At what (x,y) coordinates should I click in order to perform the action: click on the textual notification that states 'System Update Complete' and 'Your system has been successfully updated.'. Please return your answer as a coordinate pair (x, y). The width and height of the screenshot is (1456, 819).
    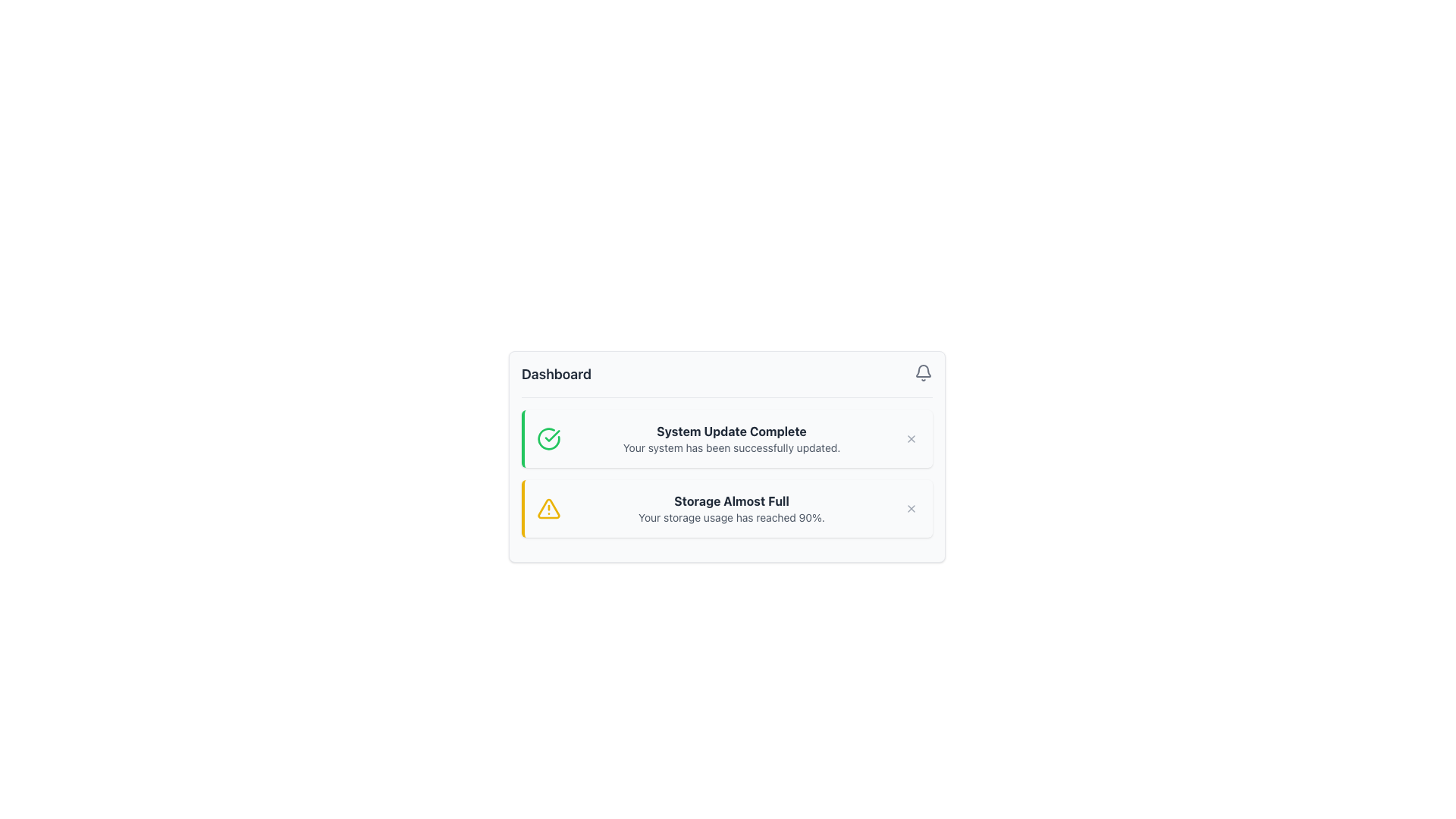
    Looking at the image, I should click on (731, 438).